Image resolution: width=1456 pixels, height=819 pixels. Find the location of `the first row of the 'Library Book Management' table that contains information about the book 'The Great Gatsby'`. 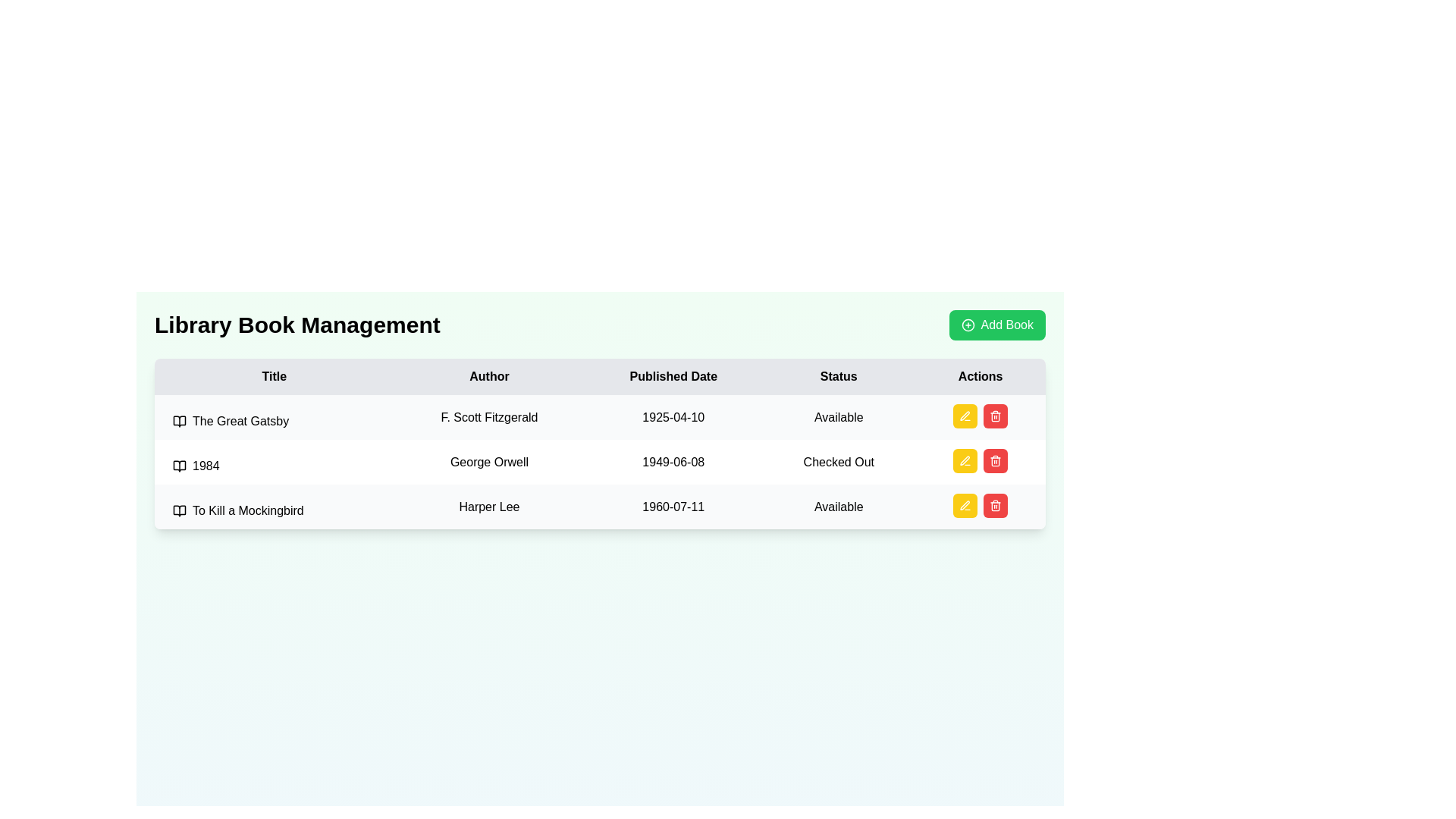

the first row of the 'Library Book Management' table that contains information about the book 'The Great Gatsby' is located at coordinates (599, 417).